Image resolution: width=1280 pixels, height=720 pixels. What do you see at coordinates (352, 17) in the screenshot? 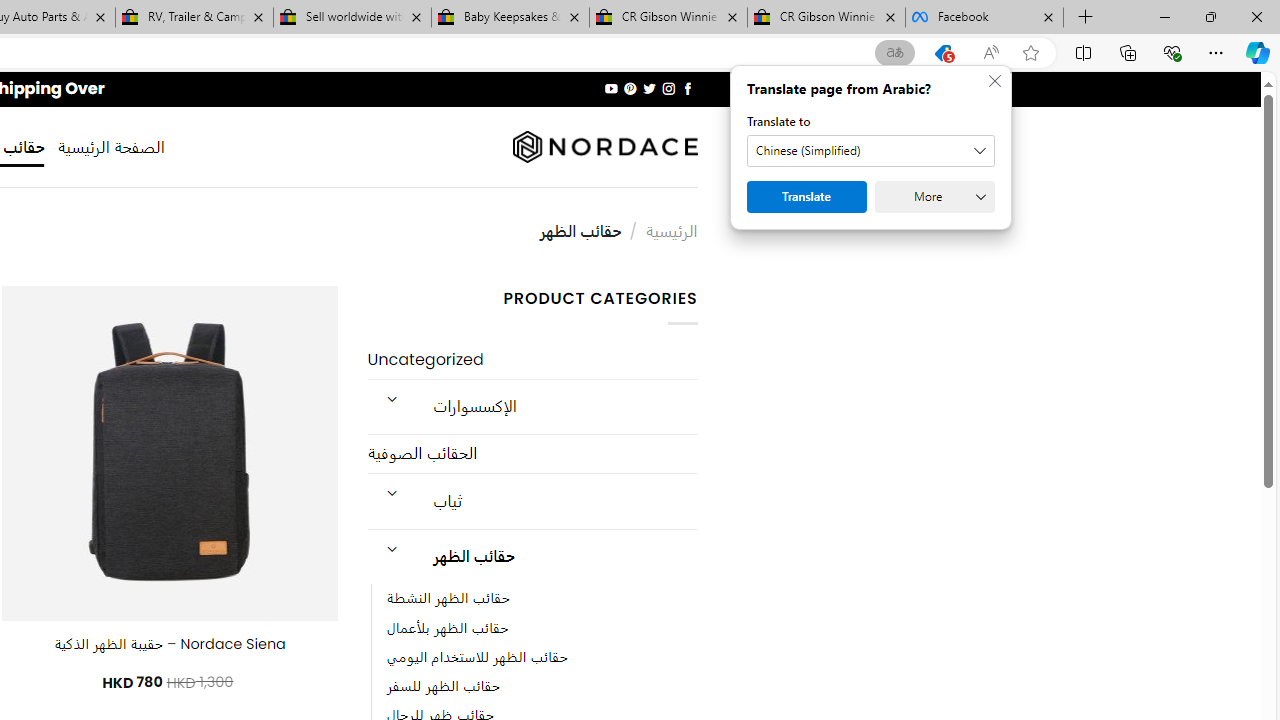
I see `'Sell worldwide with eBay'` at bounding box center [352, 17].